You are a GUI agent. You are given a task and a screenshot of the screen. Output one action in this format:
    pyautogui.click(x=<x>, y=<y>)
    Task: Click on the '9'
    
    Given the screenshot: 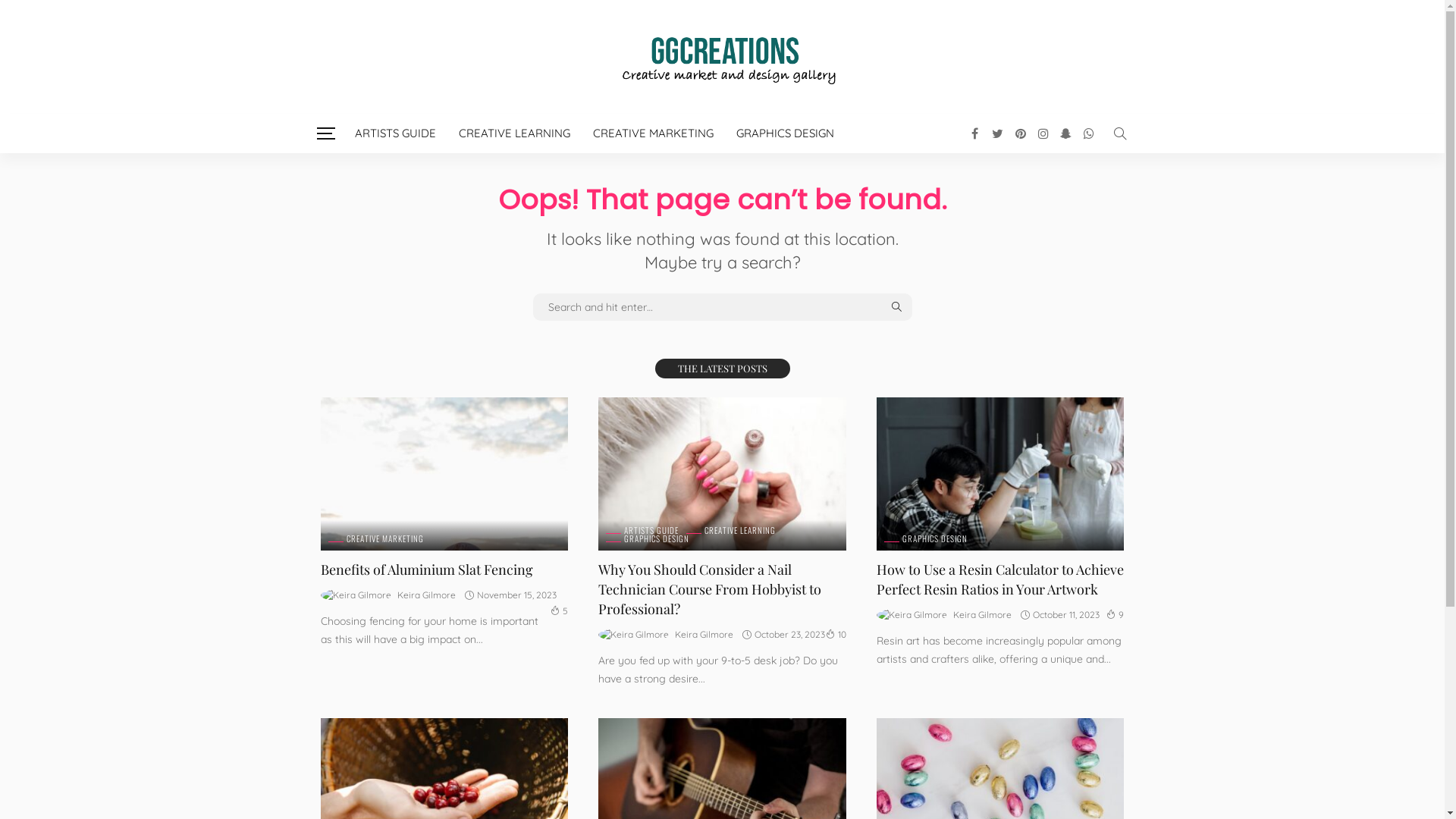 What is the action you would take?
    pyautogui.click(x=1115, y=614)
    